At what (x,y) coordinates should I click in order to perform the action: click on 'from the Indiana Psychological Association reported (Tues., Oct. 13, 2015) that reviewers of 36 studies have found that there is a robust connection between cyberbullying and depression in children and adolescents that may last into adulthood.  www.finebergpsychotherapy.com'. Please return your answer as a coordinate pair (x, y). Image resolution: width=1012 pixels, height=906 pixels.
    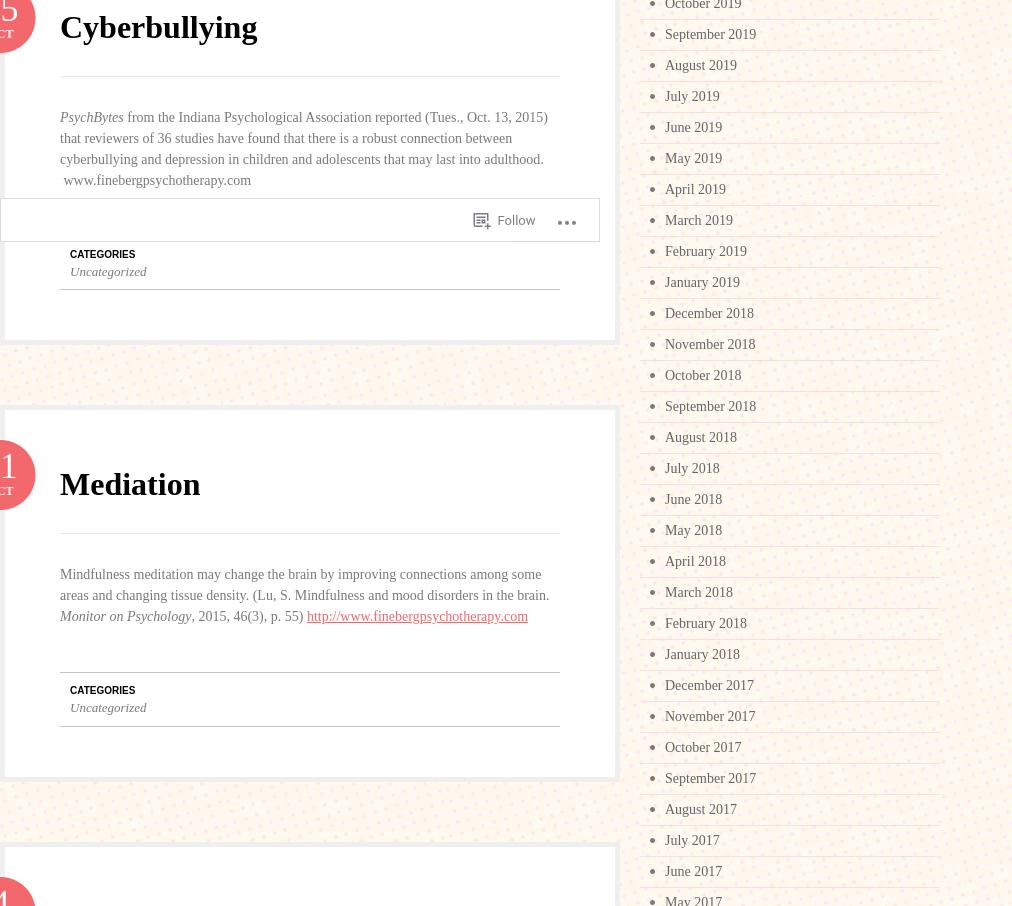
    Looking at the image, I should click on (302, 148).